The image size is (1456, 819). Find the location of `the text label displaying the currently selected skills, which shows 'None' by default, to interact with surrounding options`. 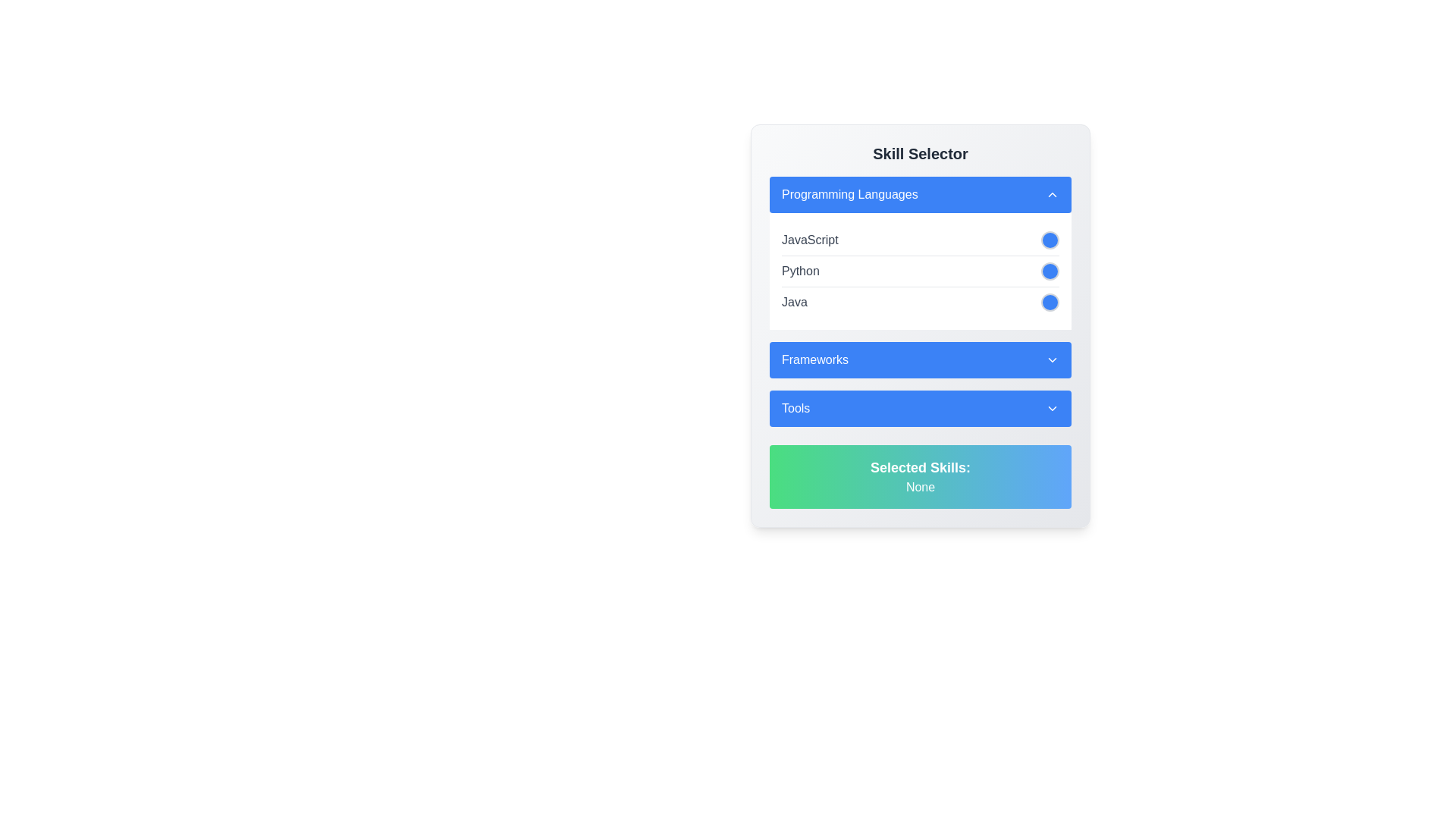

the text label displaying the currently selected skills, which shows 'None' by default, to interact with surrounding options is located at coordinates (920, 488).